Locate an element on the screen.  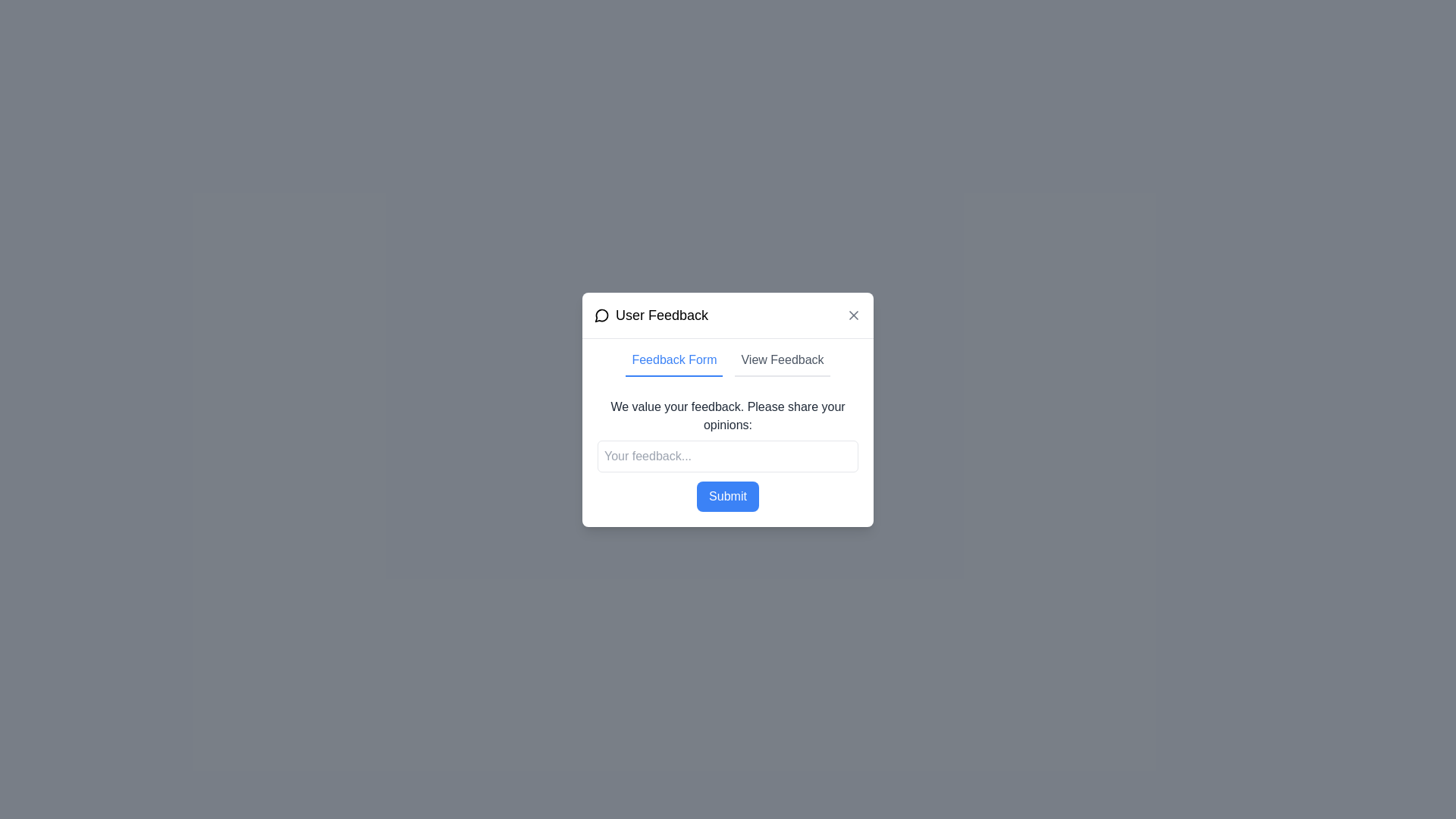
the Tab switch button in the header section of the 'User Feedback' modal is located at coordinates (783, 360).